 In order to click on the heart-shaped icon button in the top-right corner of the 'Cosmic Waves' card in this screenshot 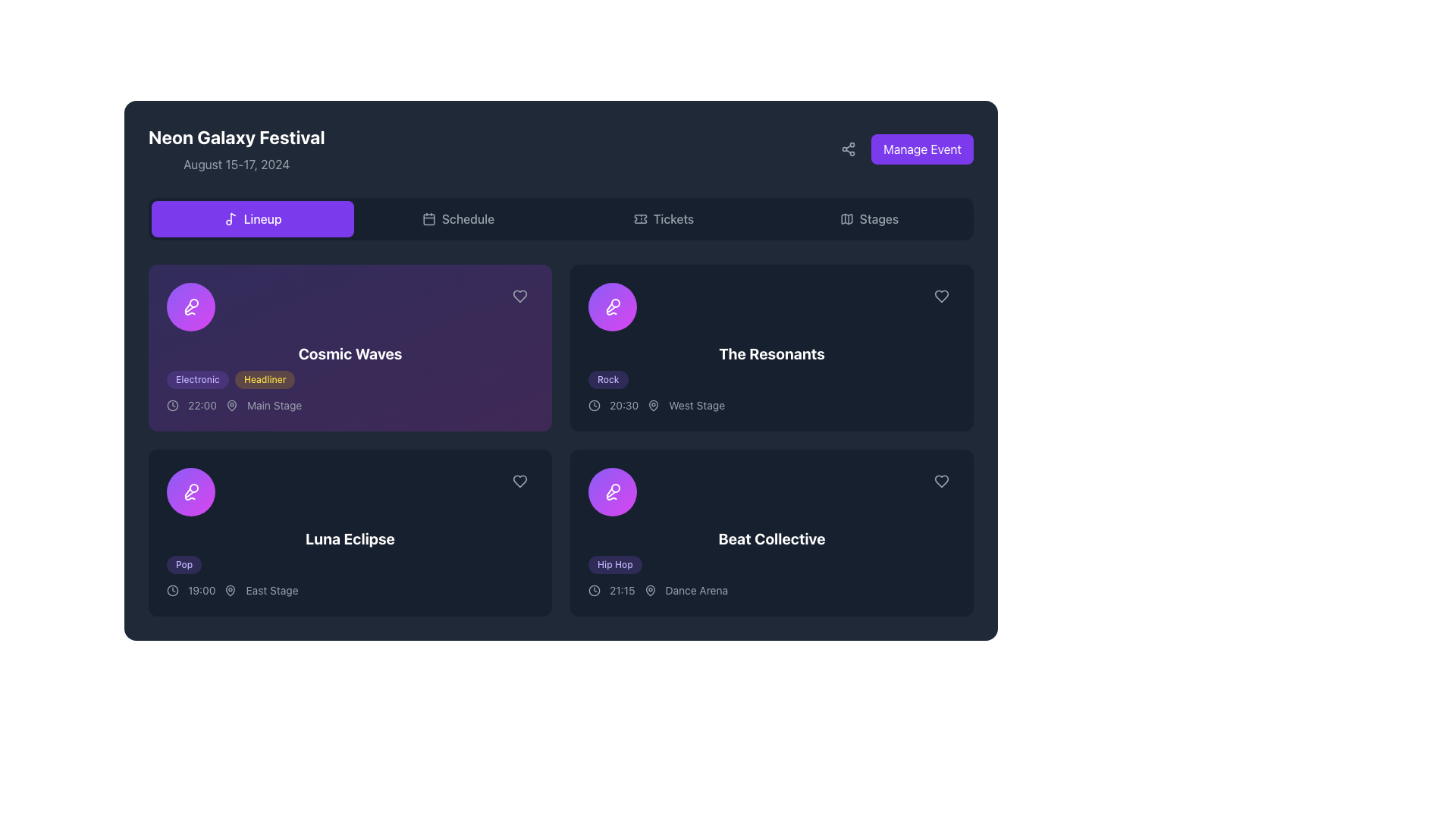, I will do `click(520, 296)`.